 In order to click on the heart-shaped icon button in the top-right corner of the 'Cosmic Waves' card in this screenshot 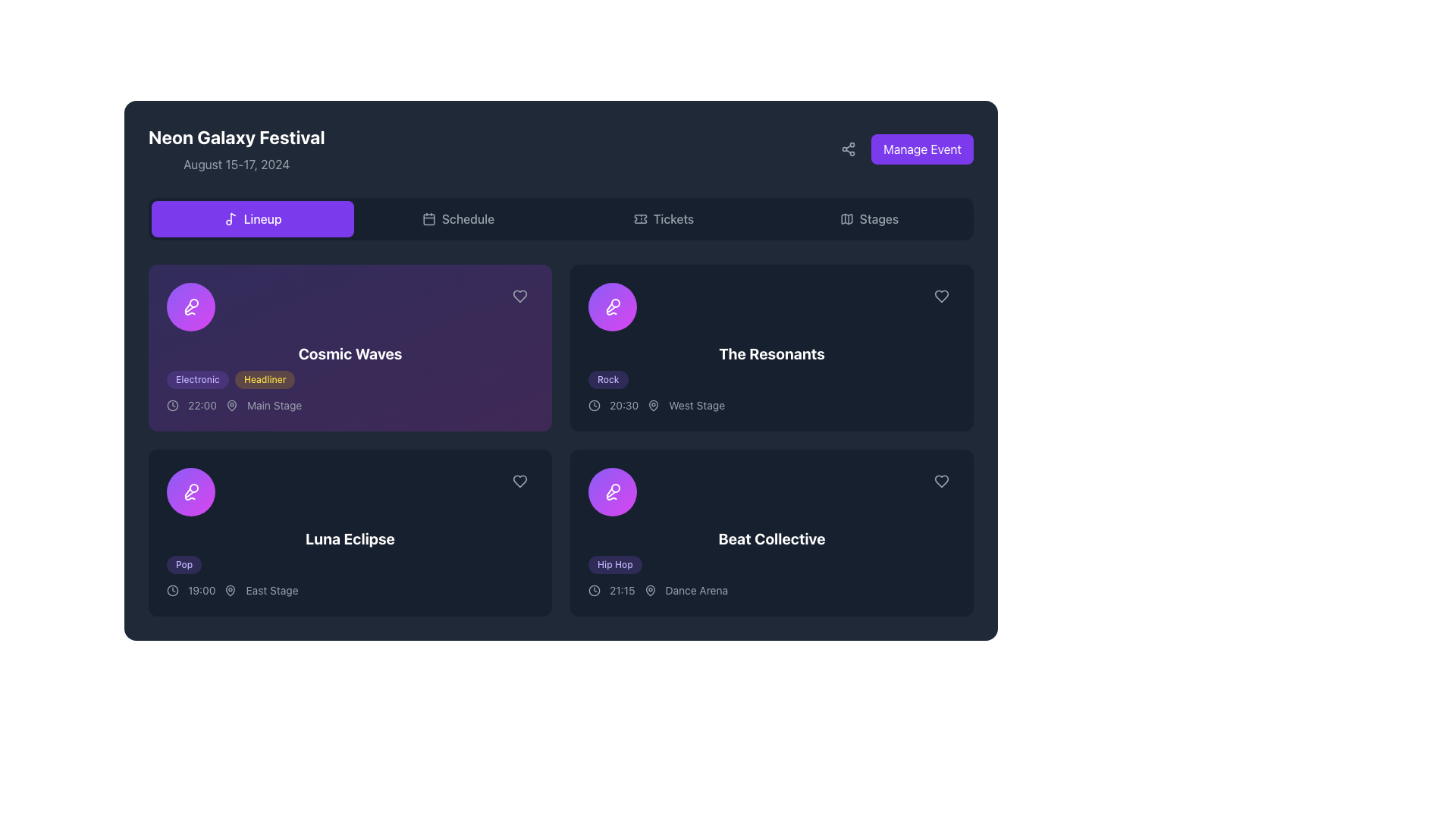, I will do `click(520, 296)`.